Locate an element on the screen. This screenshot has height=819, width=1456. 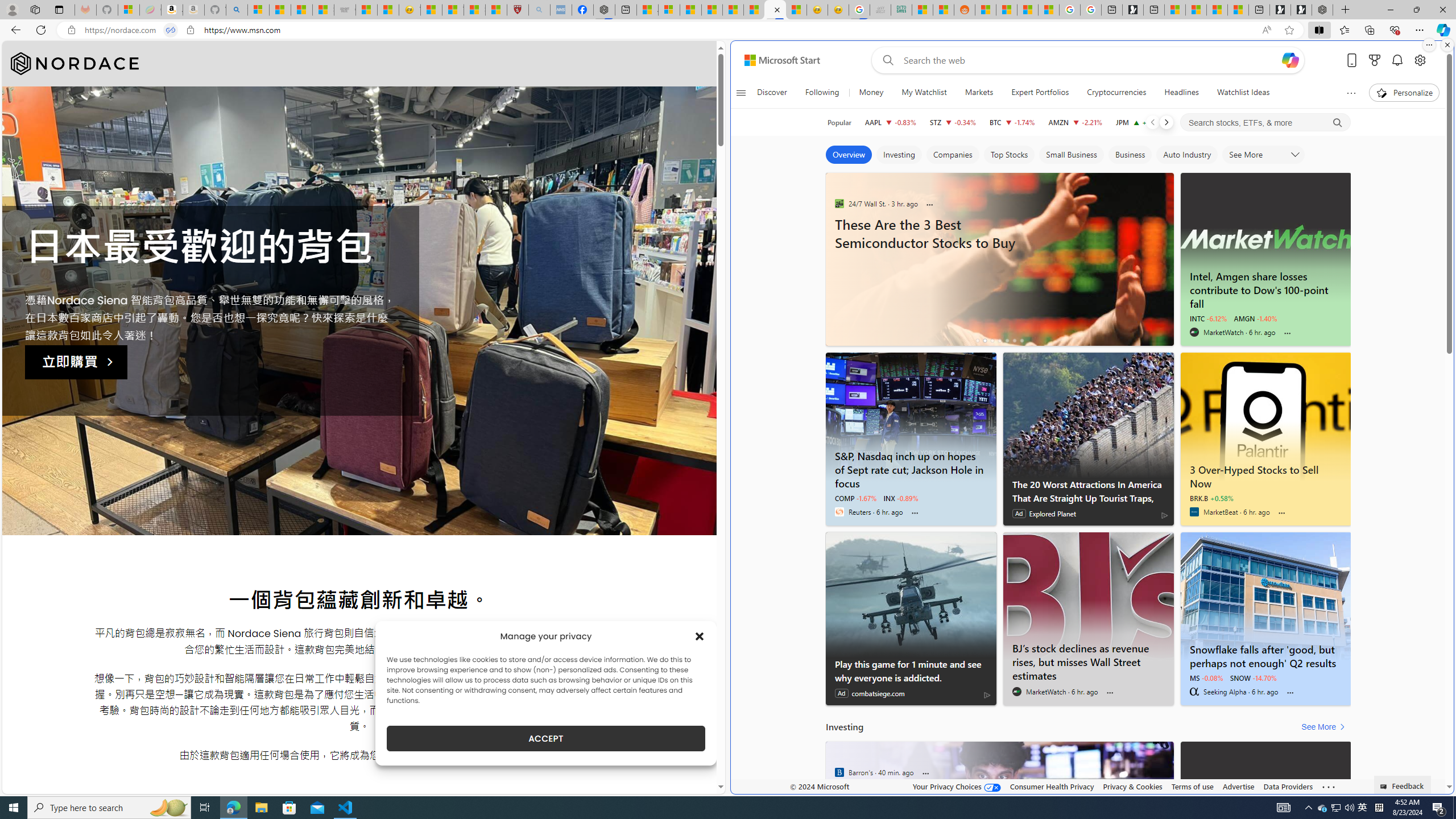
'Watchlist Ideas' is located at coordinates (1243, 92).